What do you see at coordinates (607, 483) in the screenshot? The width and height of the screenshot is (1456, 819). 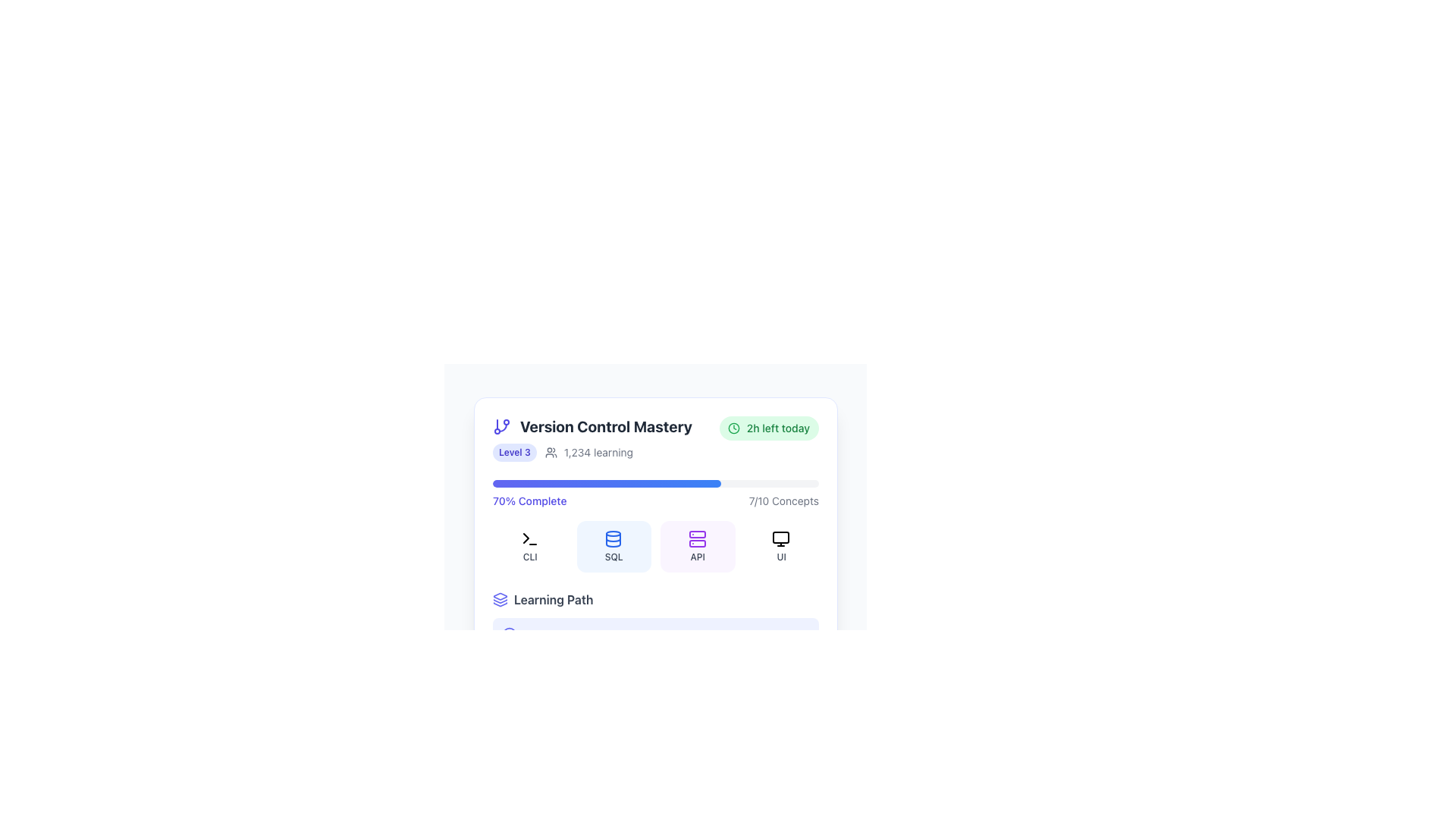 I see `the filled portion of the progress bar that indicates a 70% completion rate, located below the title '70% Complete' and next to '7/10 Concepts'` at bounding box center [607, 483].